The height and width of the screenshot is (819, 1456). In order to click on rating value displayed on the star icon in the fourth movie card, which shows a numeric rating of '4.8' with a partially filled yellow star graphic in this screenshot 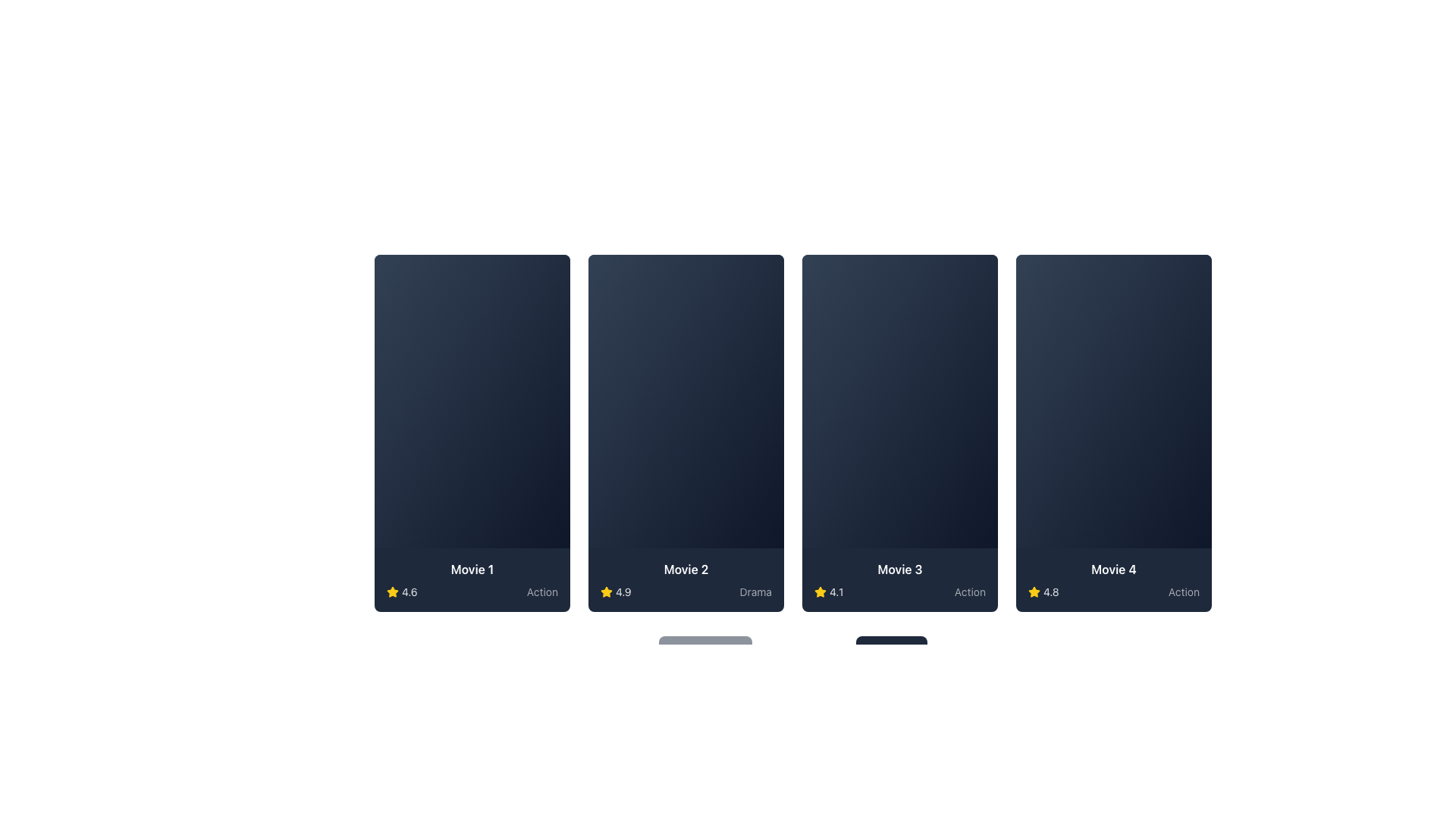, I will do `click(1043, 591)`.